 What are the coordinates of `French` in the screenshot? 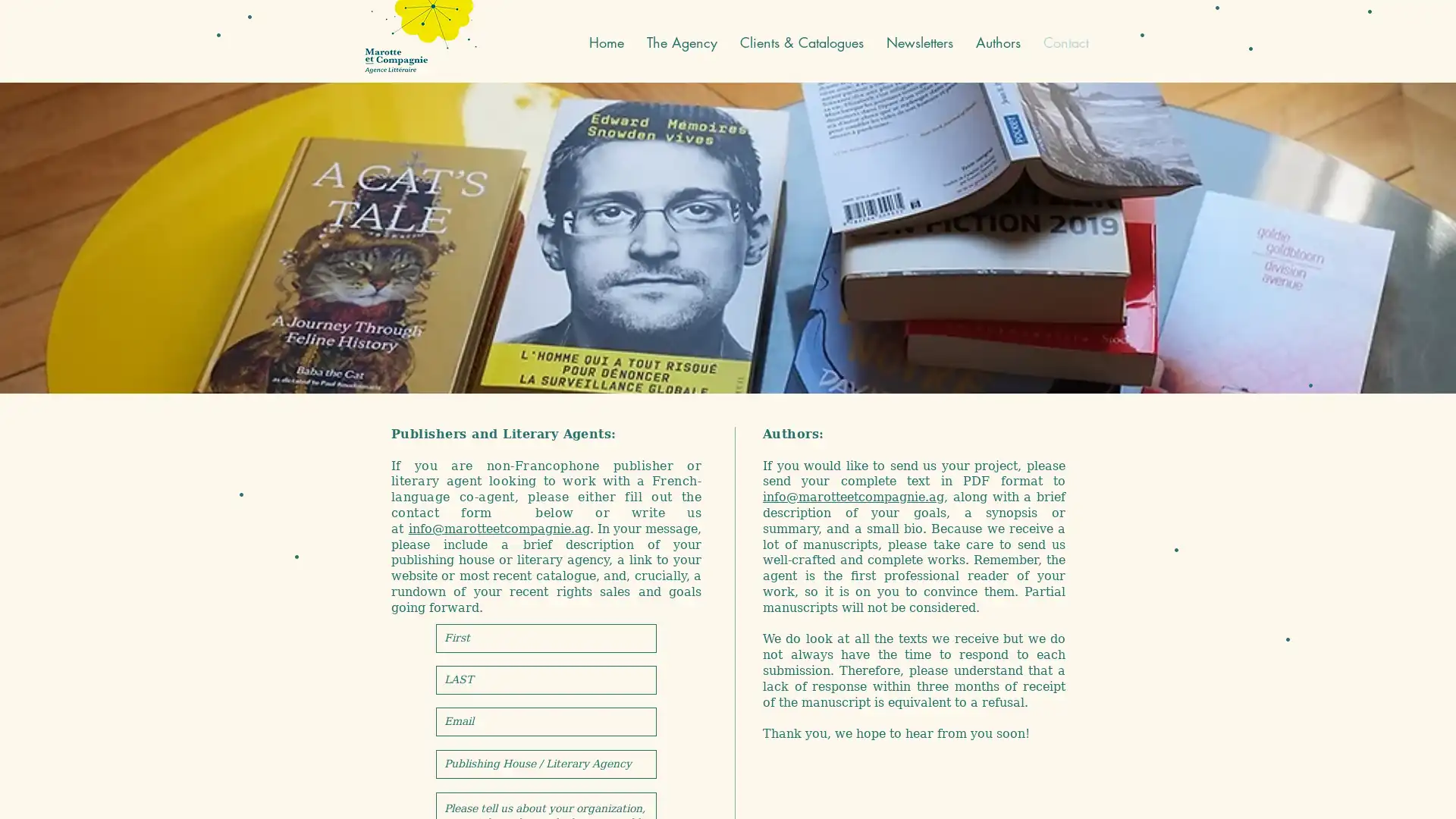 It's located at (506, 42).